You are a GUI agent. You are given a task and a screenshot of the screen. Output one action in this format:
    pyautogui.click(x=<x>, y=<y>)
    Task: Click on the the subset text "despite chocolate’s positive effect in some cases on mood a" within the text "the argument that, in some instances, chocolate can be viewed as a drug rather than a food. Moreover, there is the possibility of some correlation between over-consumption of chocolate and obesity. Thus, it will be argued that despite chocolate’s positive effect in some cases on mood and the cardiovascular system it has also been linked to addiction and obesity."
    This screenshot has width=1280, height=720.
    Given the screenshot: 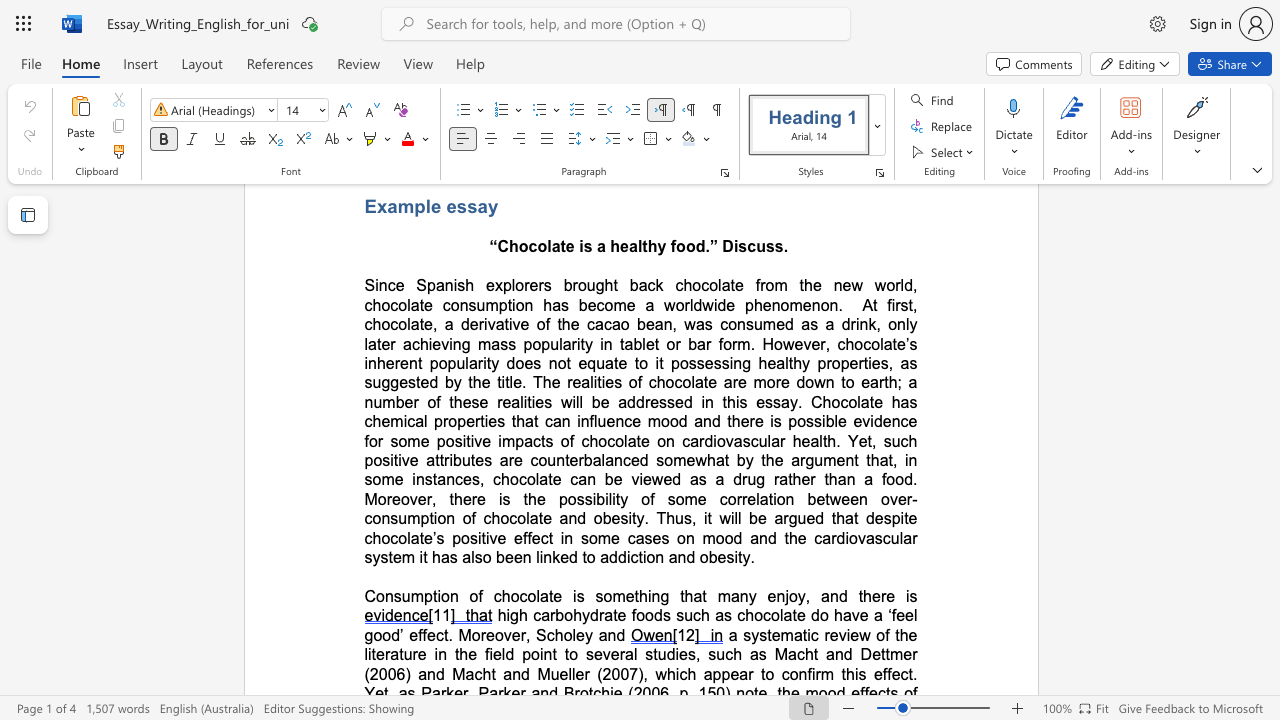 What is the action you would take?
    pyautogui.click(x=865, y=517)
    